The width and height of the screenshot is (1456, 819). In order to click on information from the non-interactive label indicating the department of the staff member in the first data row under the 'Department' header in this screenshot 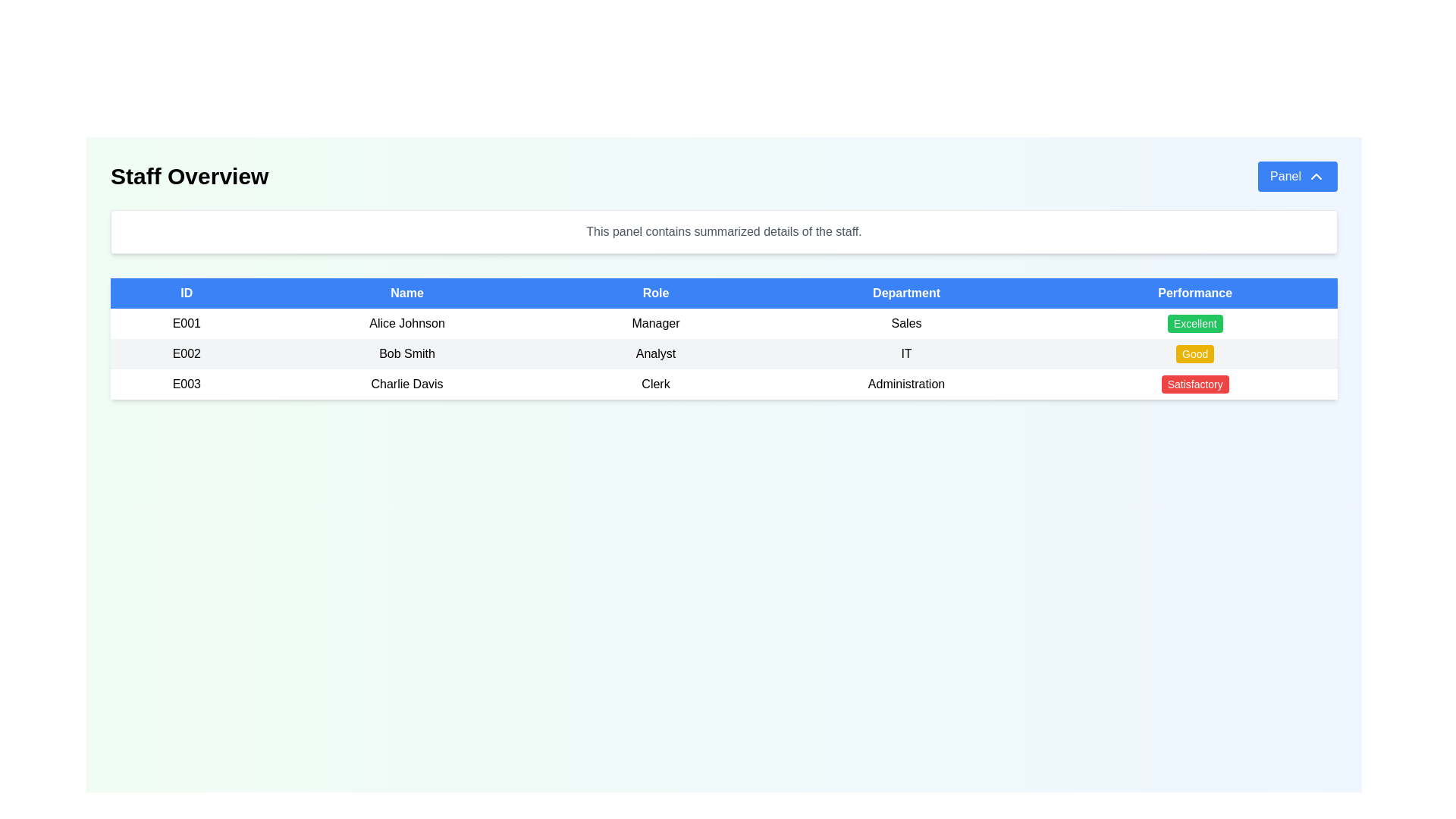, I will do `click(906, 323)`.